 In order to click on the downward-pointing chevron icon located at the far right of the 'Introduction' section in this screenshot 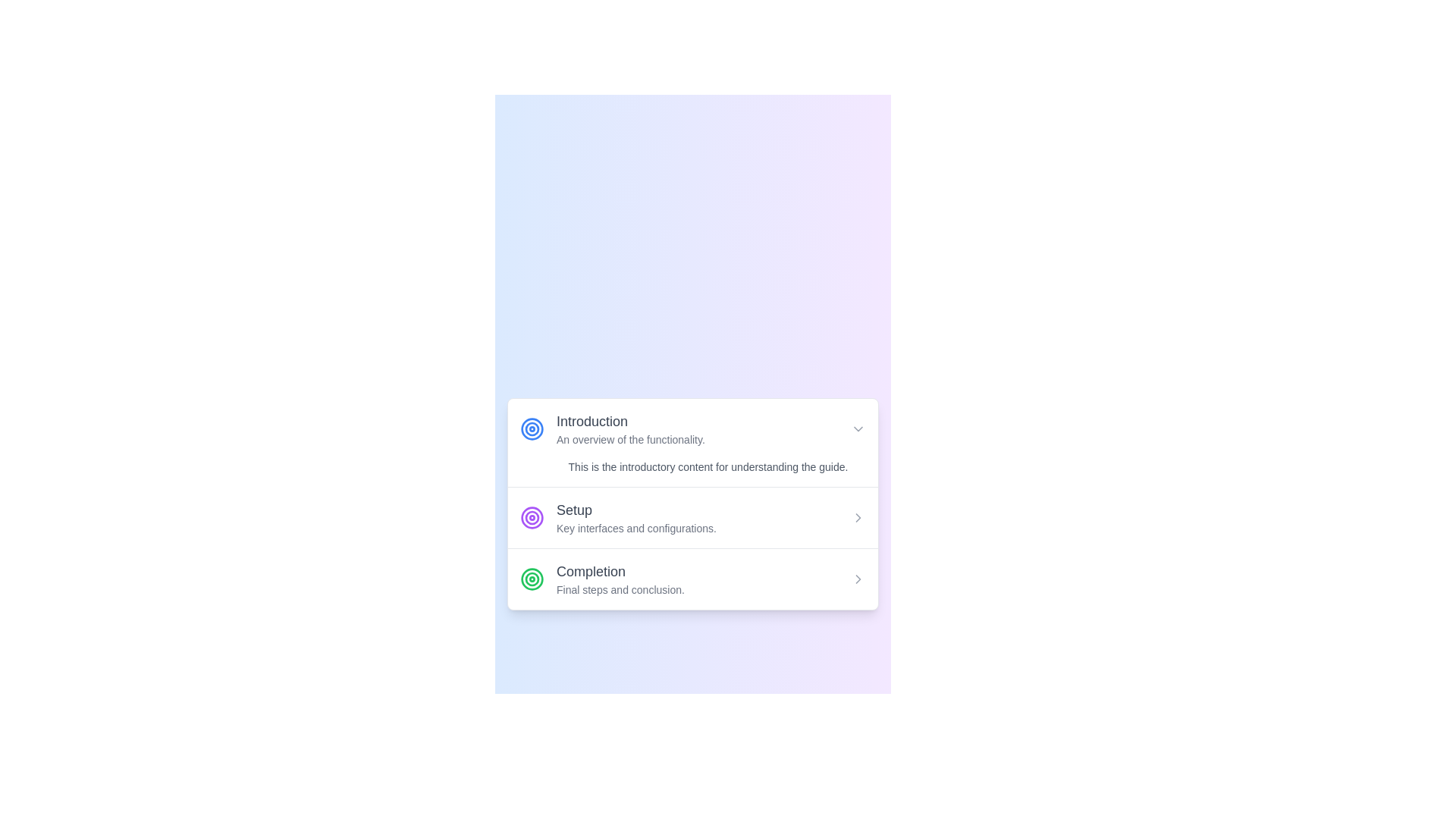, I will do `click(858, 429)`.